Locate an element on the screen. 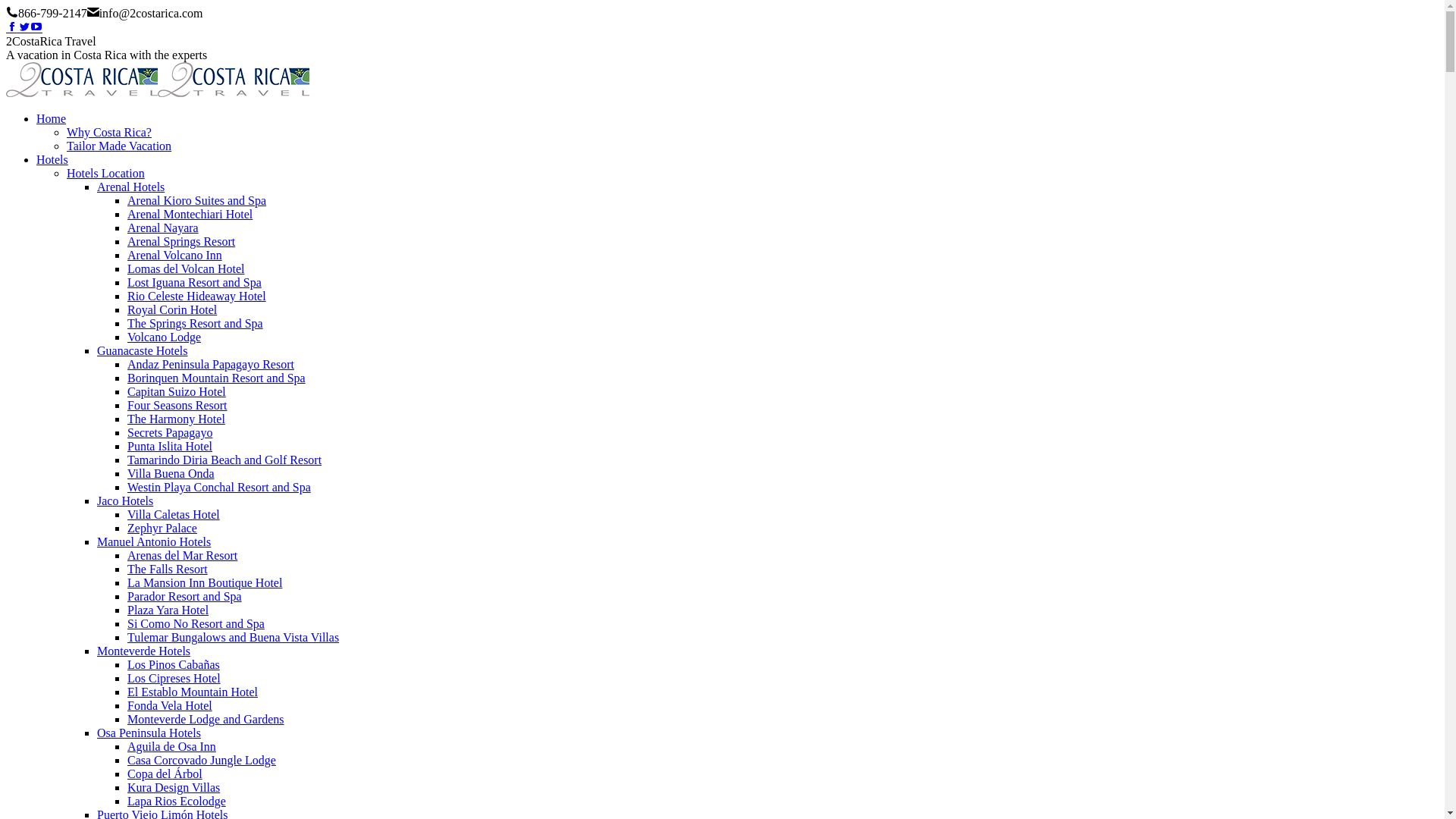 The width and height of the screenshot is (1456, 819). 'Secrets Papagayo' is located at coordinates (127, 432).